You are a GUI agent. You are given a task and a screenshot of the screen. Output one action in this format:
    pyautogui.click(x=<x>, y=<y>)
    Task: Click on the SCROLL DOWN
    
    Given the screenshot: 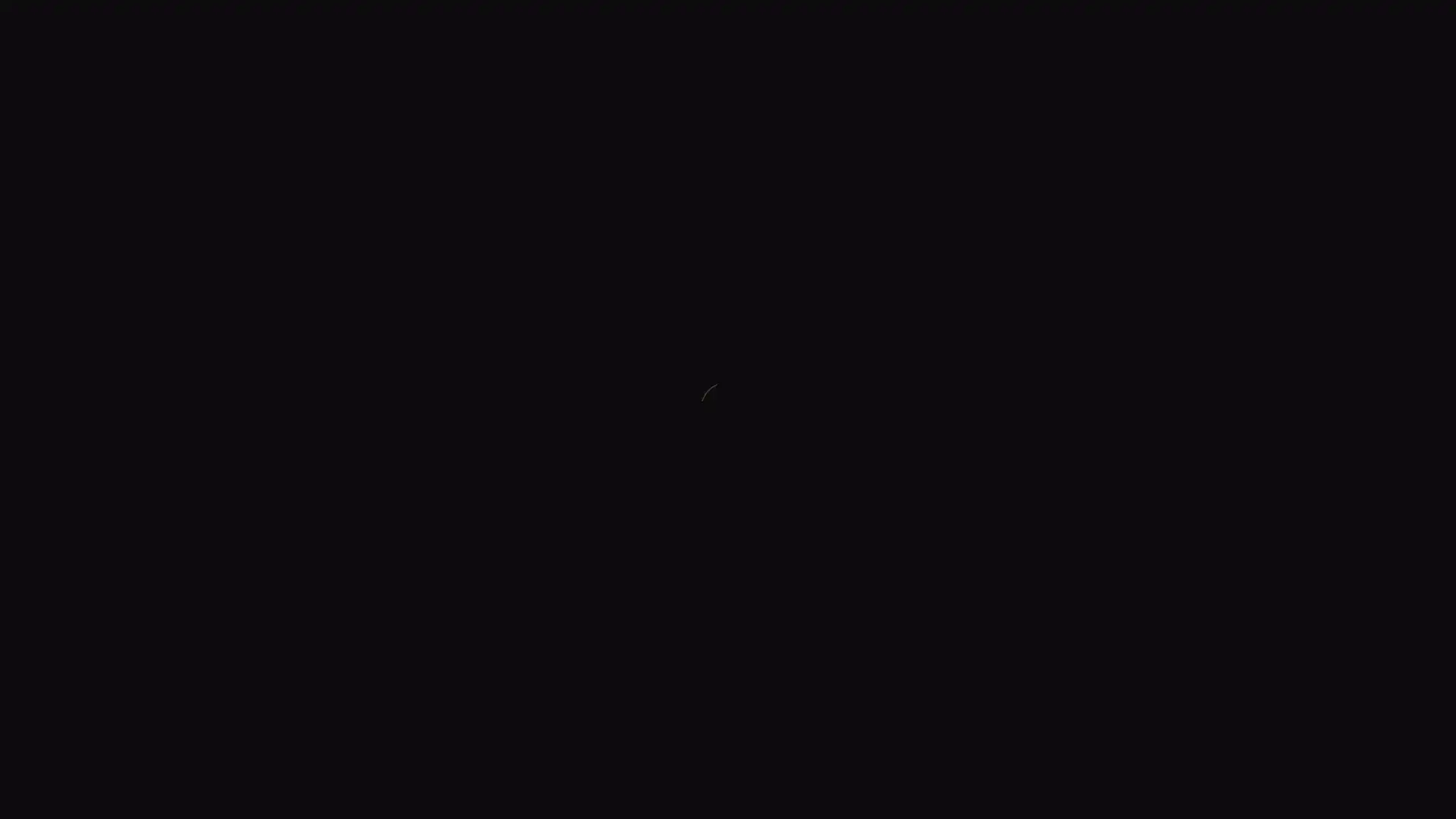 What is the action you would take?
    pyautogui.click(x=728, y=760)
    